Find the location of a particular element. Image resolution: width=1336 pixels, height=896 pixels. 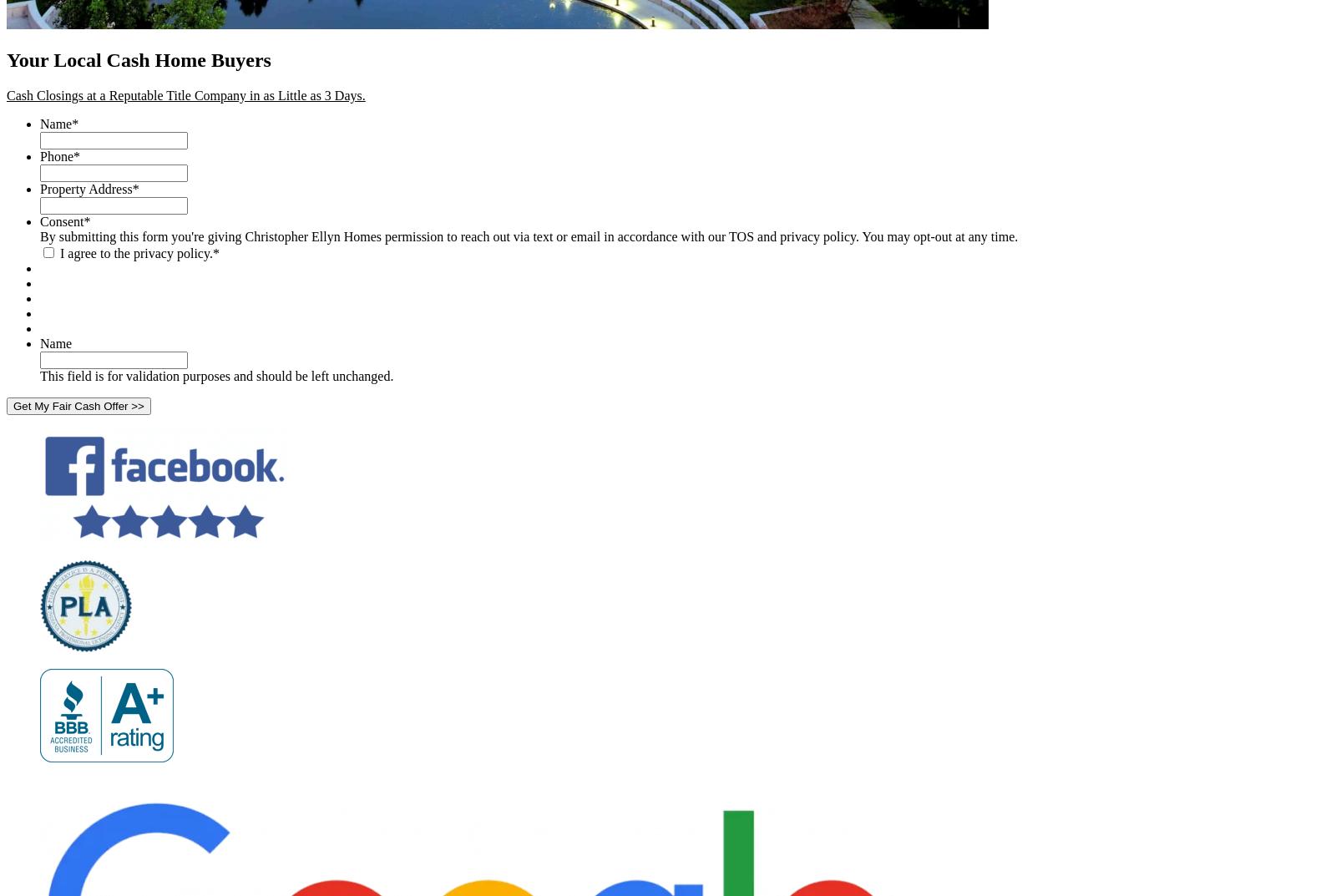

'Consent' is located at coordinates (60, 220).